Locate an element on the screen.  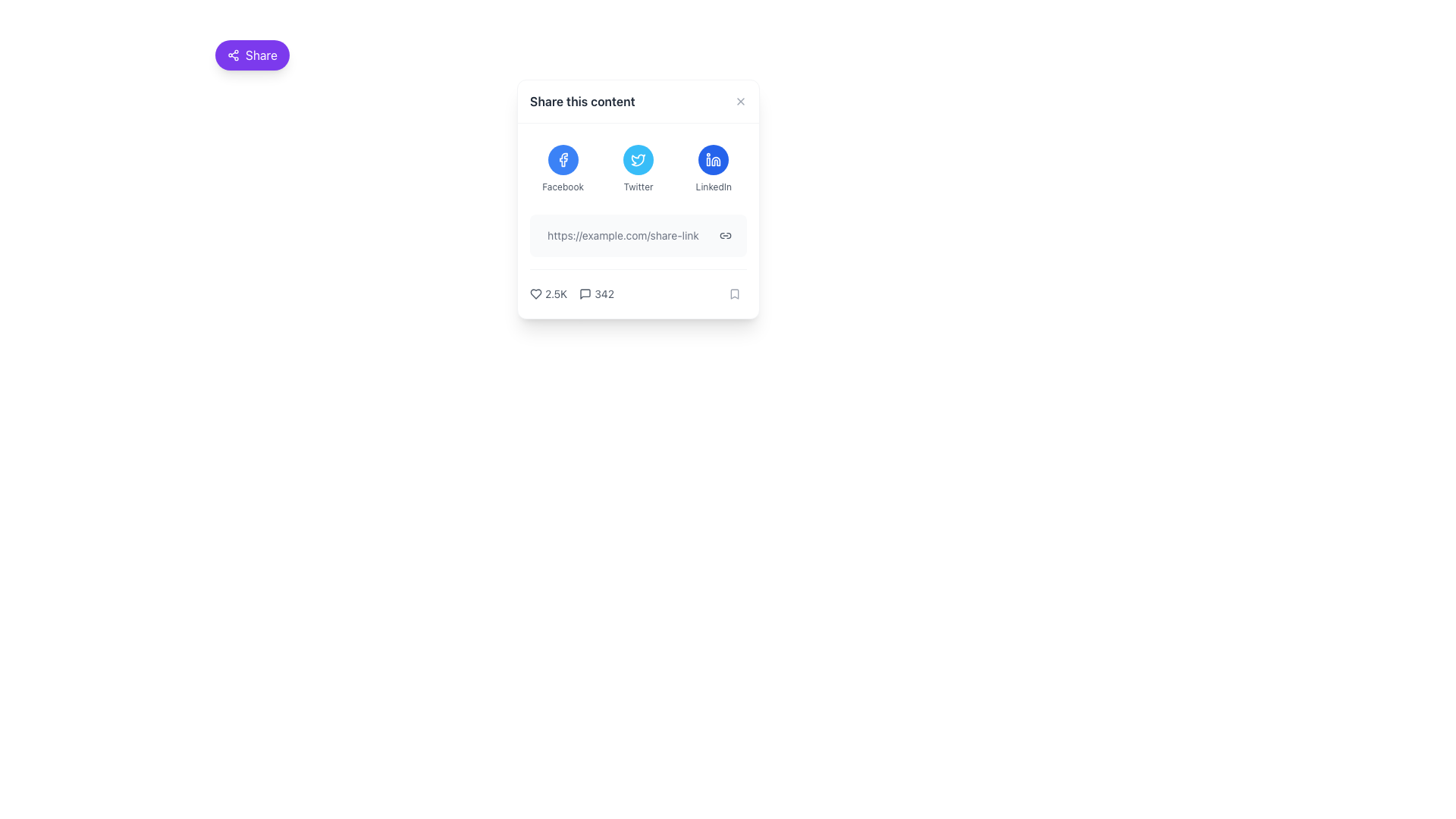
the heart-shaped icon at the bottom left corner of the sharing information box to like is located at coordinates (535, 294).